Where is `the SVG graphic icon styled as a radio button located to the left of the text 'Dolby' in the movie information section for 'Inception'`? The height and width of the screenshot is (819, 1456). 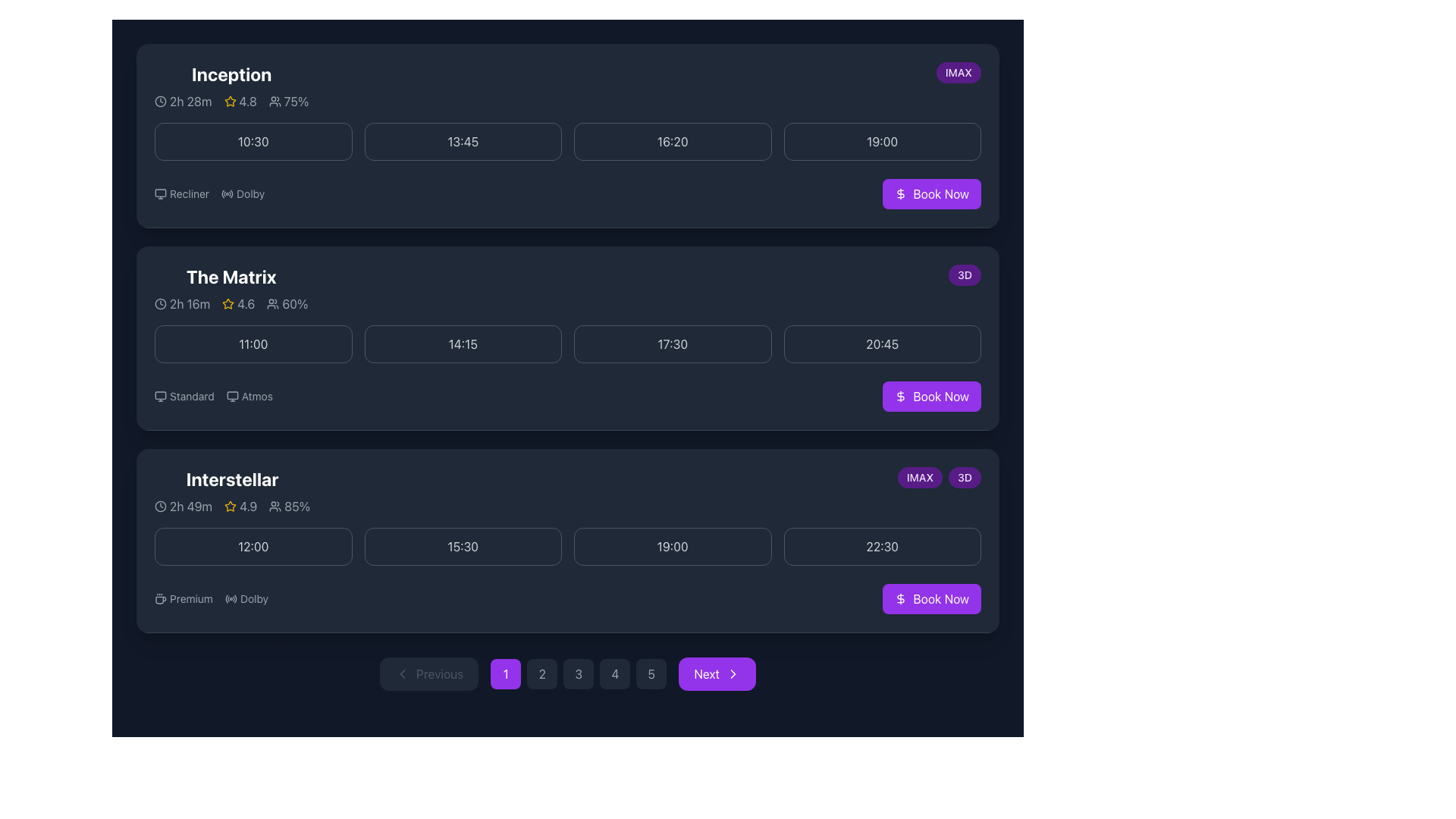
the SVG graphic icon styled as a radio button located to the left of the text 'Dolby' in the movie information section for 'Inception' is located at coordinates (227, 193).